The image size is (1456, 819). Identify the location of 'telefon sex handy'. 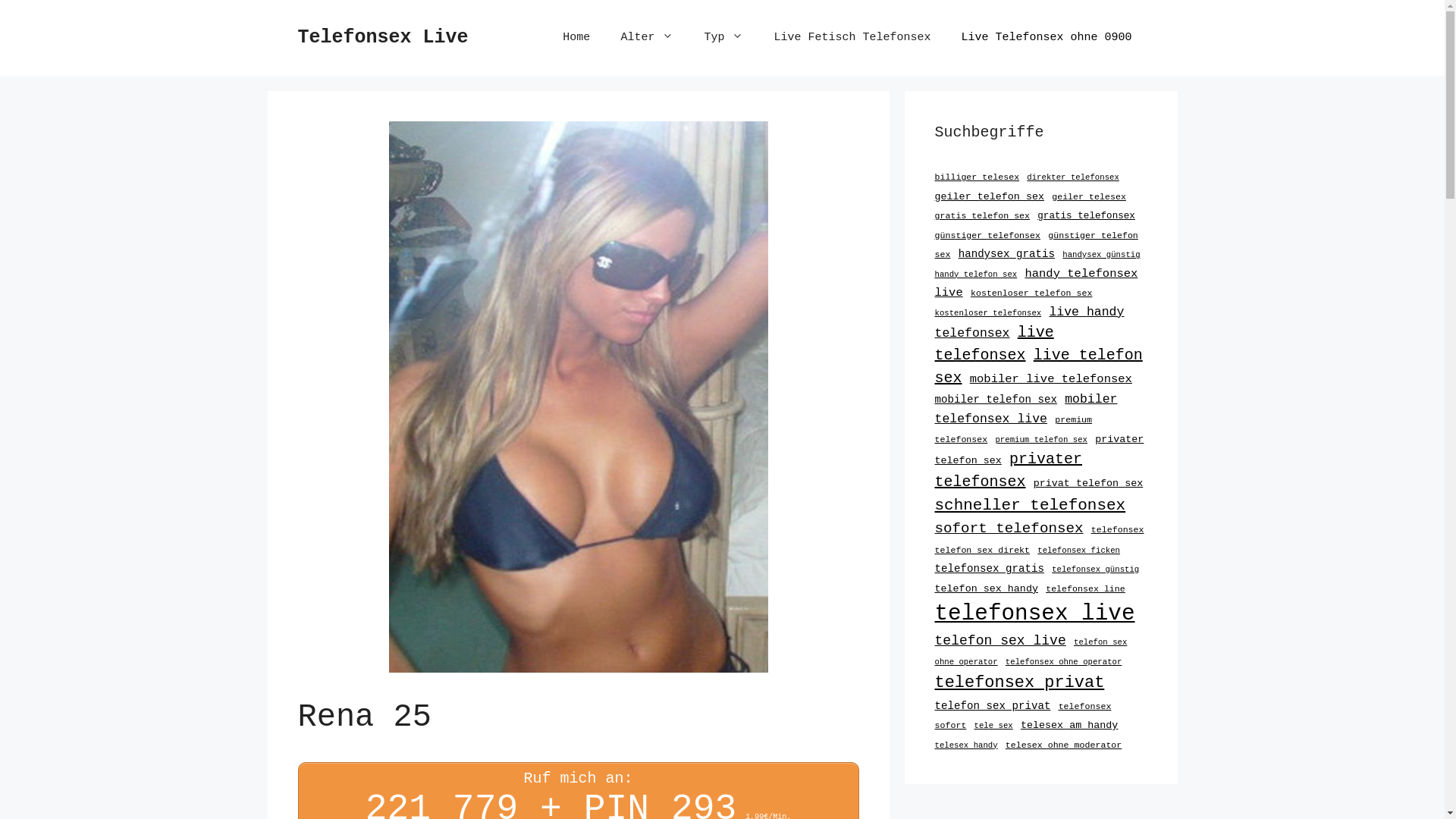
(986, 588).